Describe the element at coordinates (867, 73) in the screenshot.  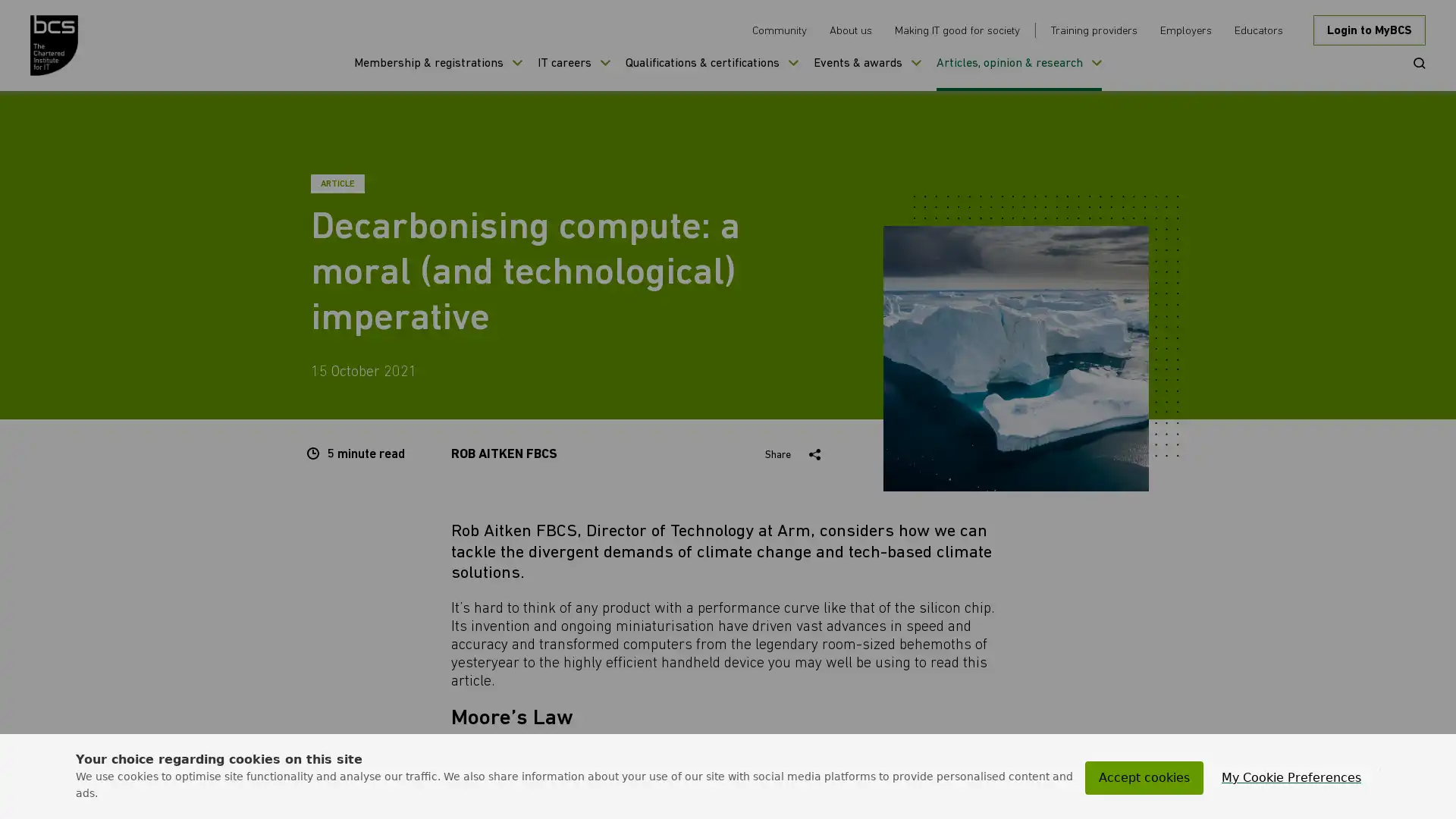
I see `Events & awards` at that location.